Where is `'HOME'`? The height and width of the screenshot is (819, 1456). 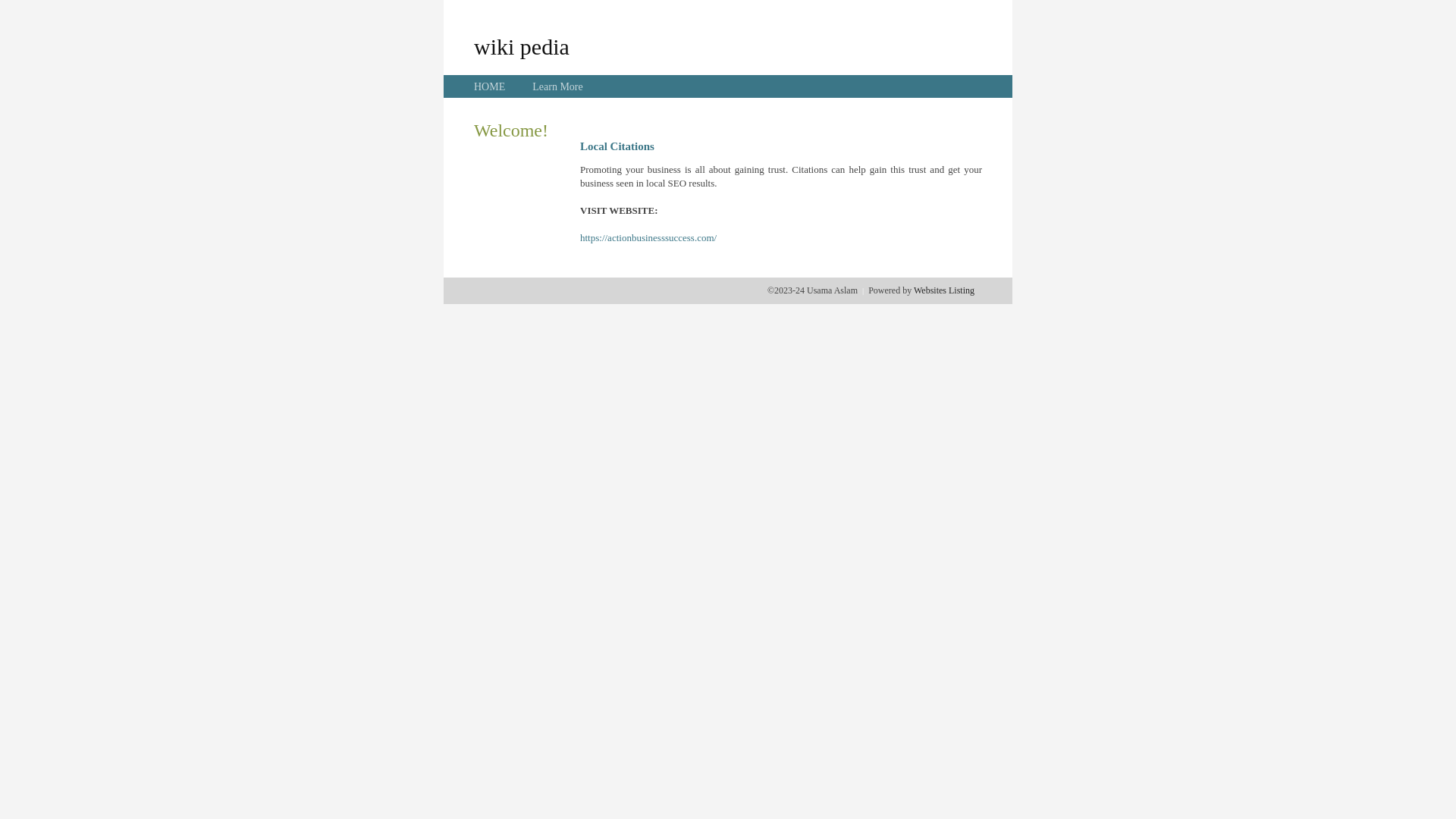
'HOME' is located at coordinates (489, 86).